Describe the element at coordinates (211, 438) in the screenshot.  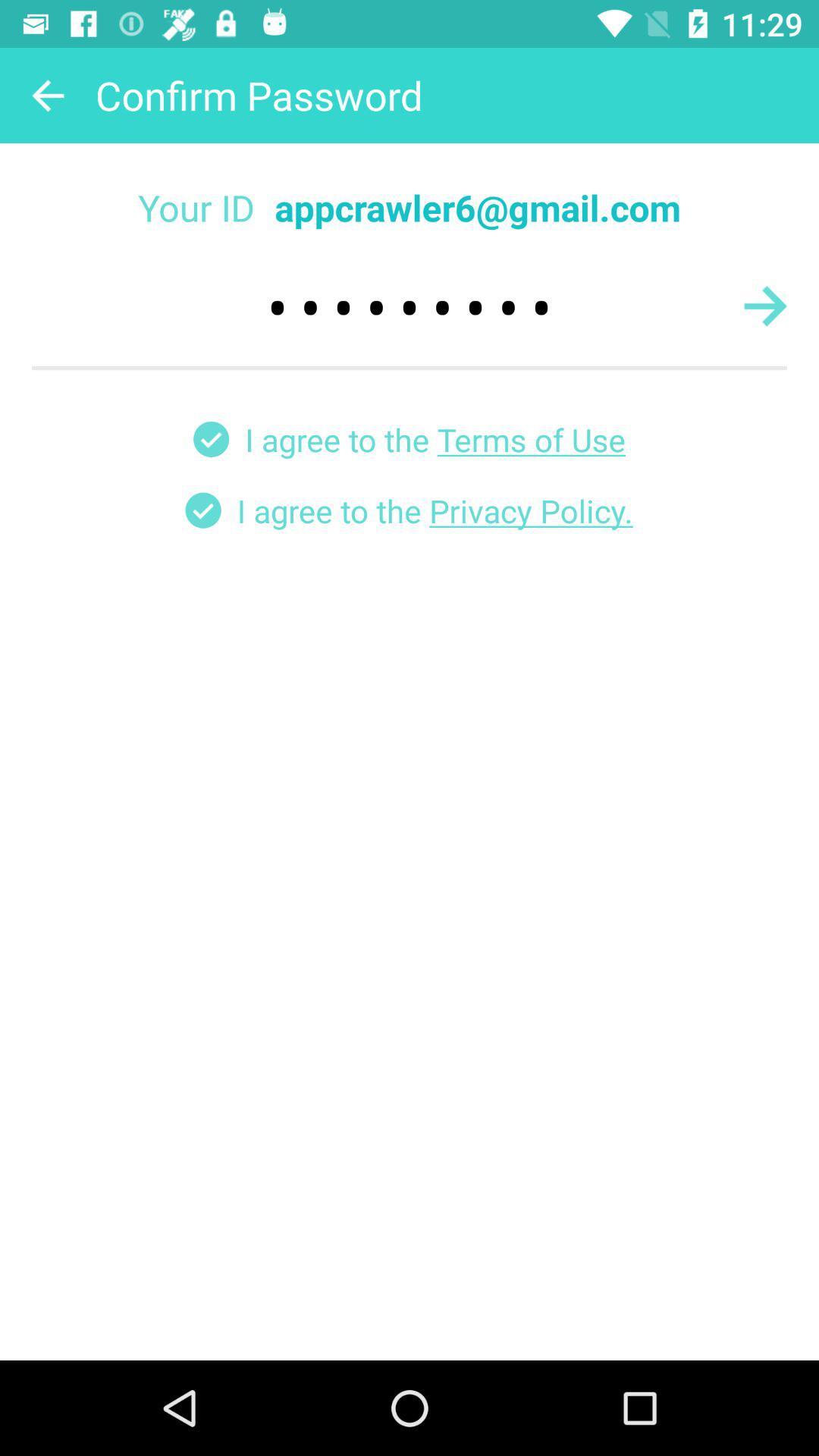
I see `the check icon` at that location.